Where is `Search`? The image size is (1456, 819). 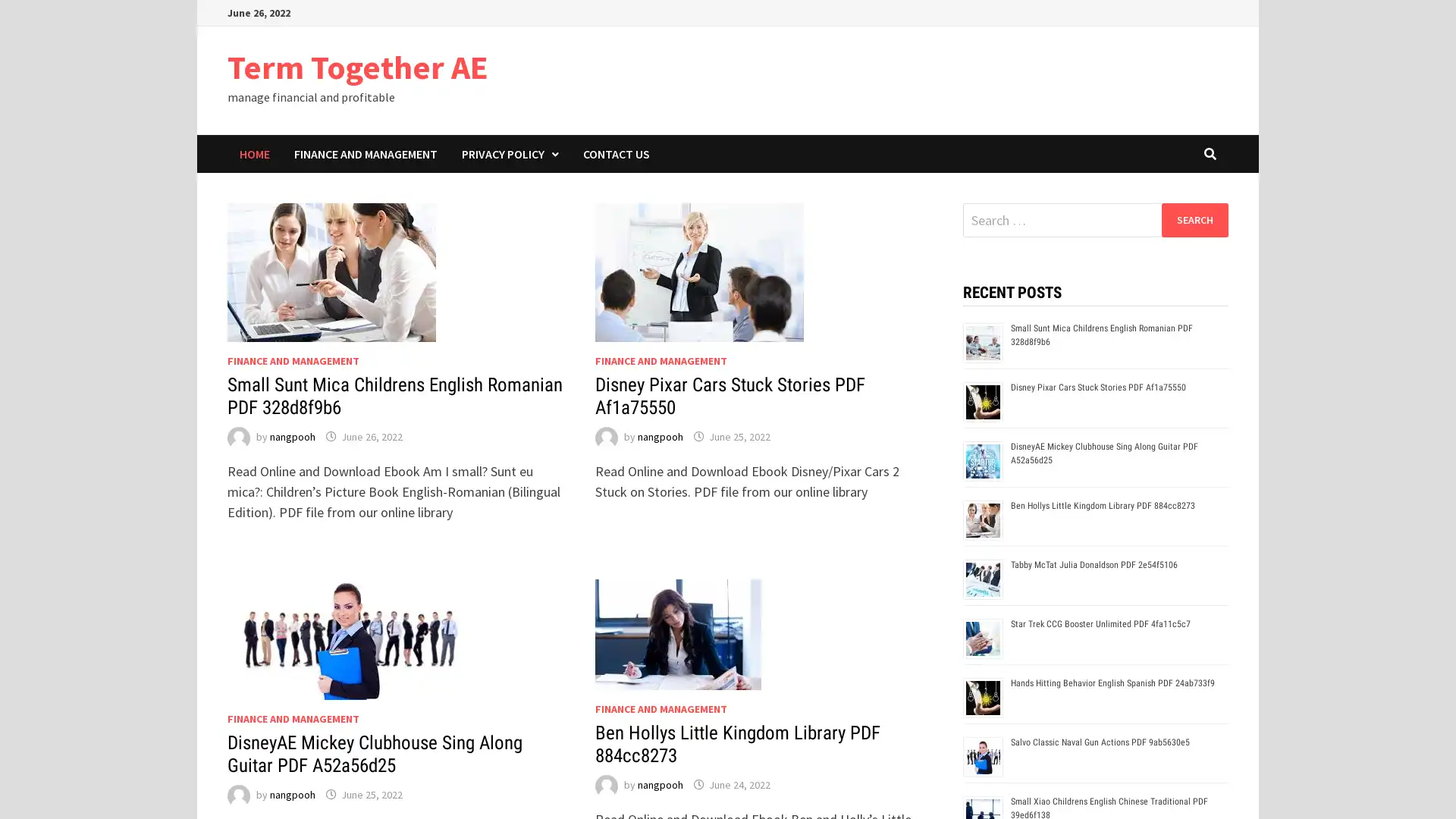 Search is located at coordinates (1194, 219).